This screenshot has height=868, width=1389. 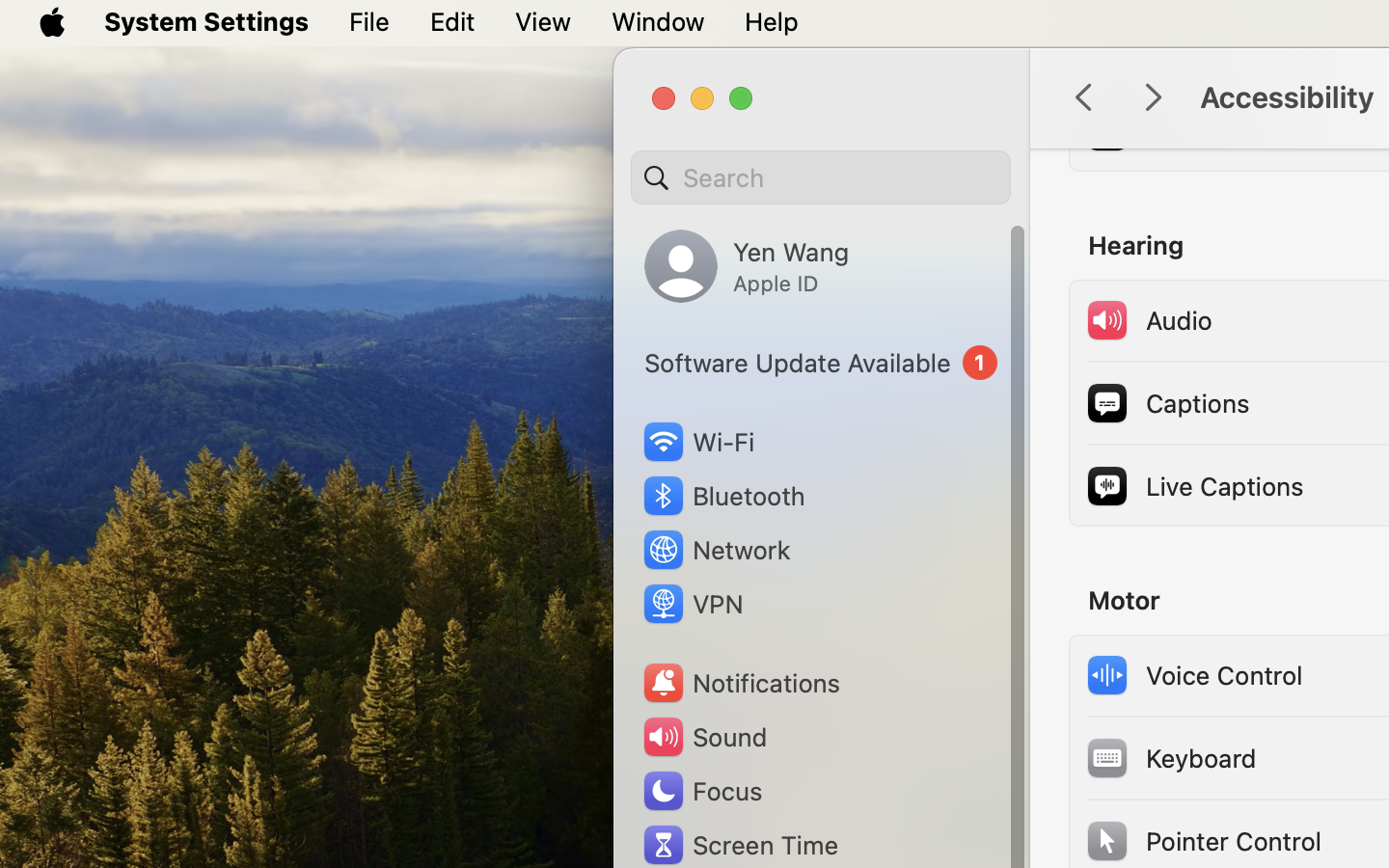 I want to click on 'Sound', so click(x=702, y=736).